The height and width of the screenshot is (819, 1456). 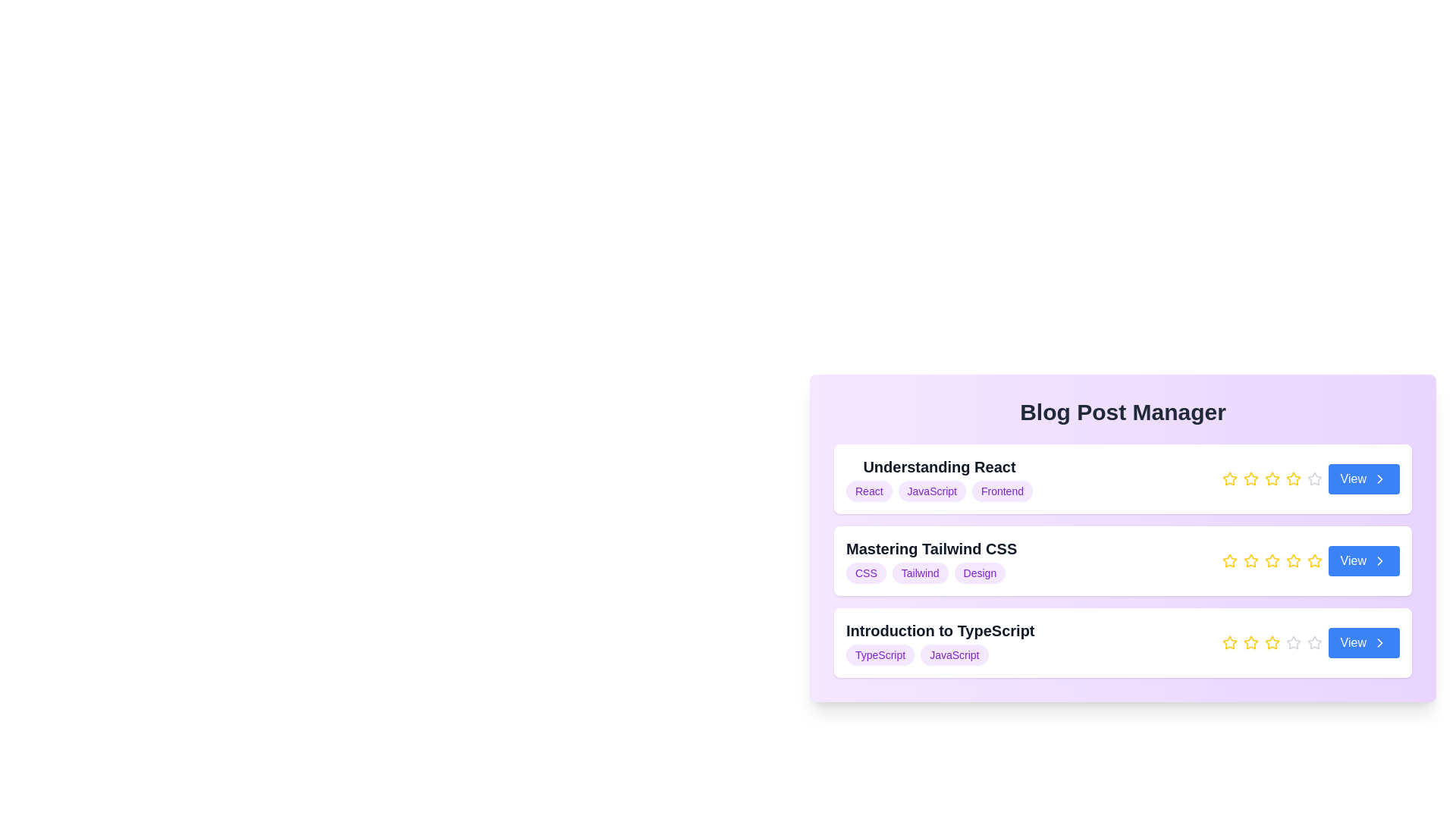 I want to click on the 'Frontend' badge, which is a pill-shaped tag with a purple border and lighter purple fill, located at the right of the 'JavaScript' and 'React' badges under the title 'Understanding React', so click(x=1002, y=491).